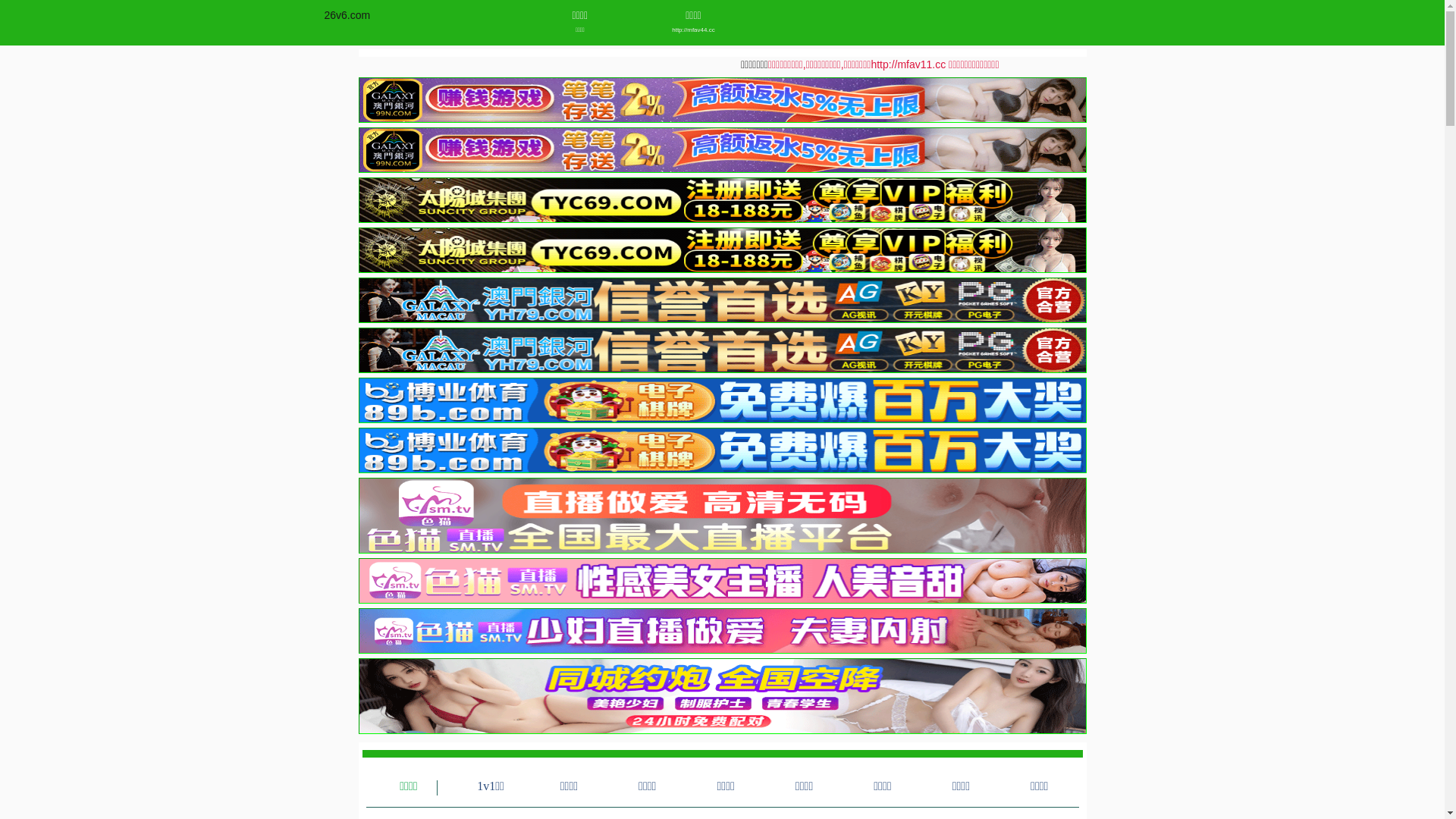  Describe the element at coordinates (693, 30) in the screenshot. I see `'http://mfav44.cc'` at that location.